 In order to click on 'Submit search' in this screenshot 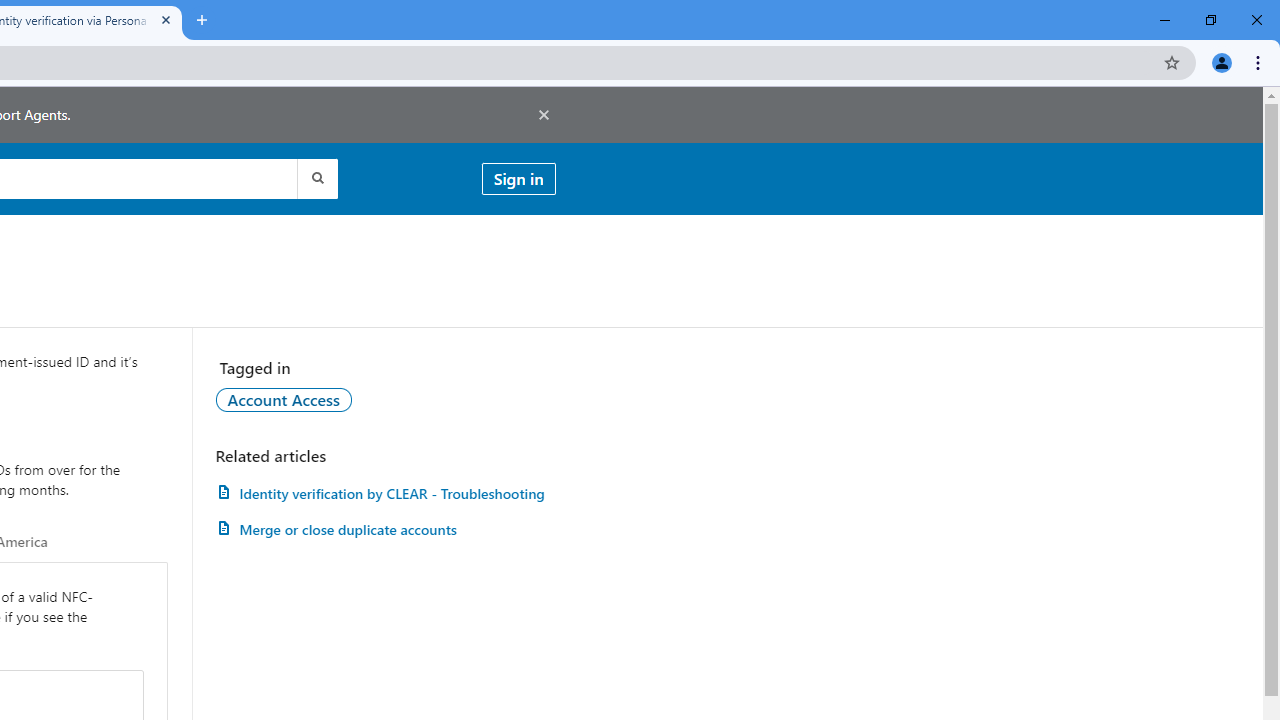, I will do `click(315, 177)`.